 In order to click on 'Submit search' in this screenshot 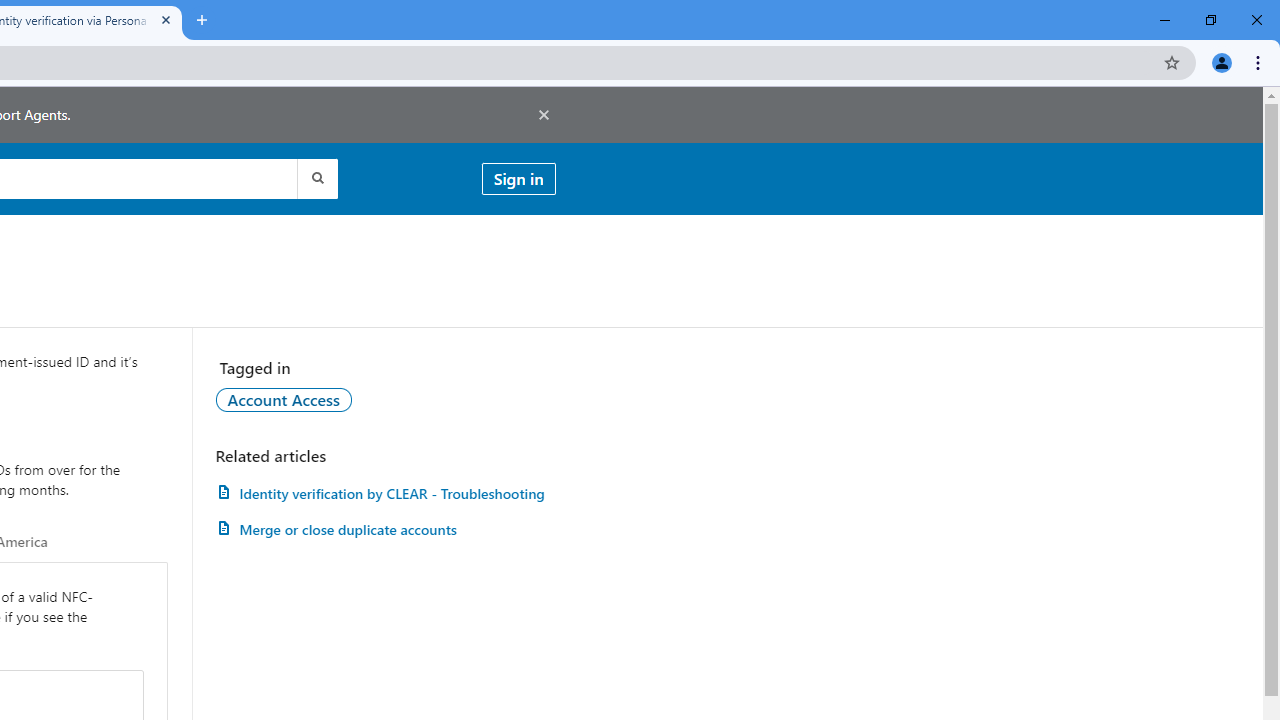, I will do `click(315, 177)`.